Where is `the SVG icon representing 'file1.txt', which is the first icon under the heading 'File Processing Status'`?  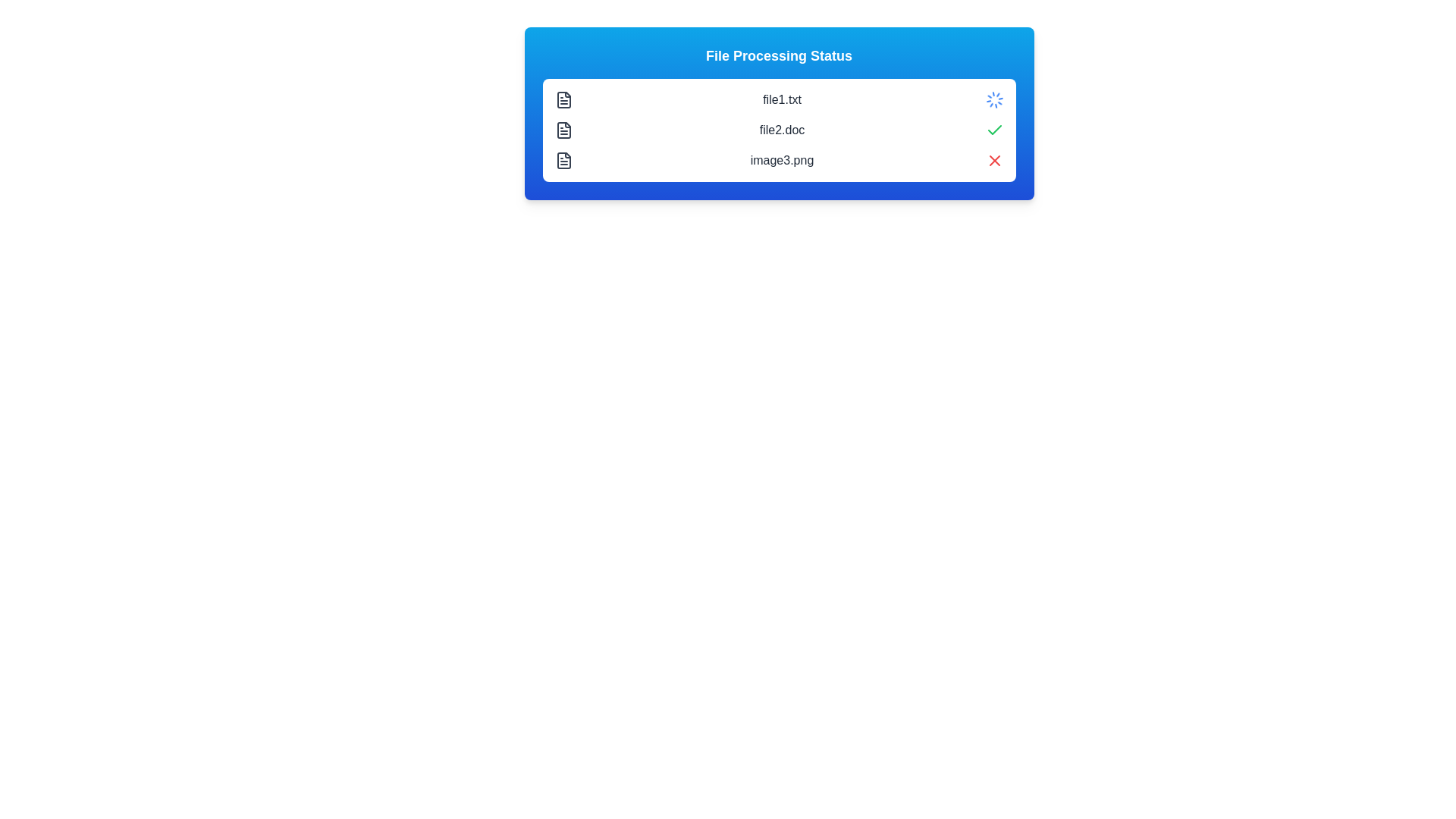
the SVG icon representing 'file1.txt', which is the first icon under the heading 'File Processing Status' is located at coordinates (563, 99).